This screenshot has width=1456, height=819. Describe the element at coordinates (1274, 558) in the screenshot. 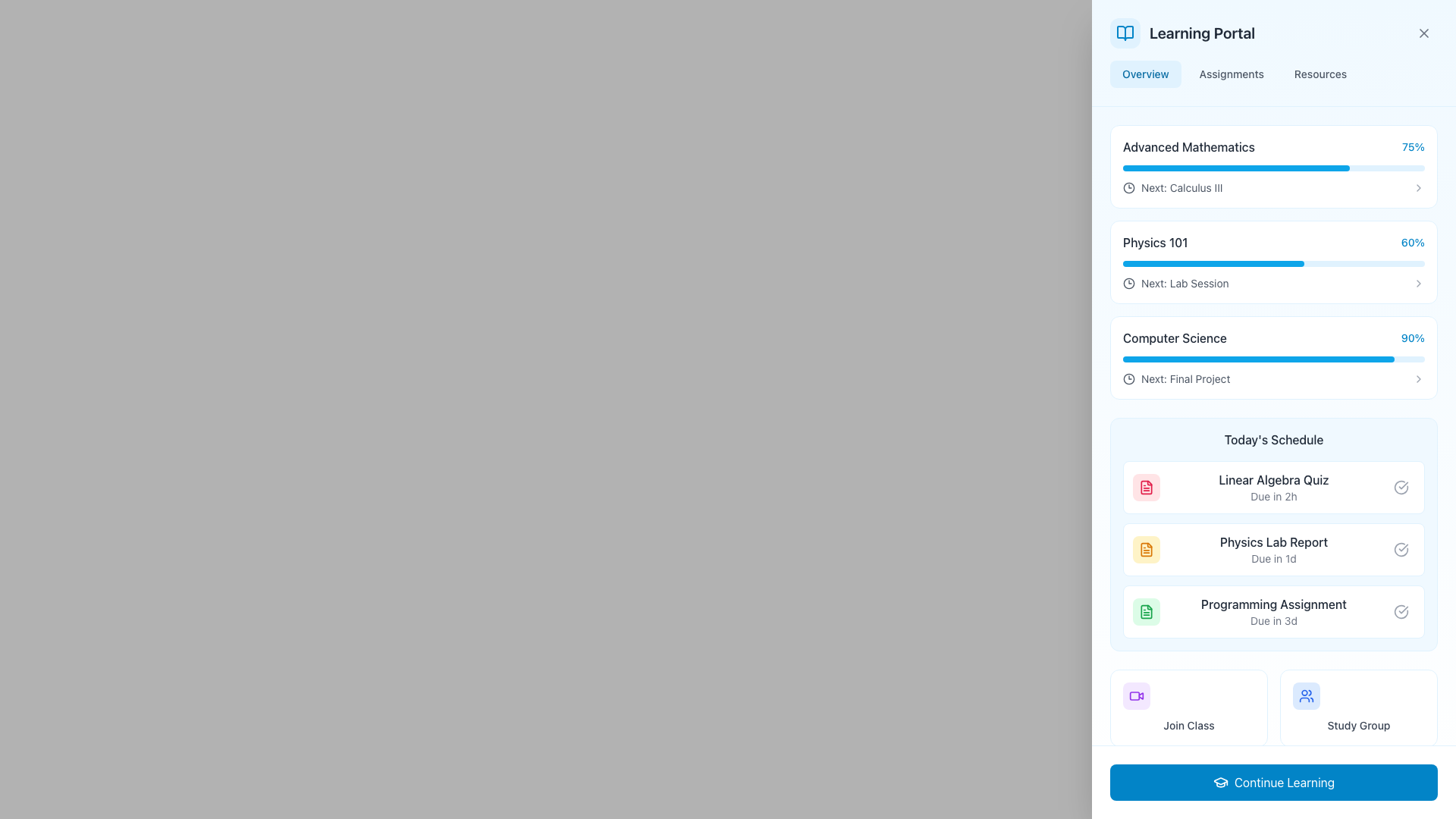

I see `the static text element providing auxiliary information about the deadline of a task, located in the 'Physics Lab Report' section under 'Today's Schedule', directly below the title 'Physics Lab Report'` at that location.